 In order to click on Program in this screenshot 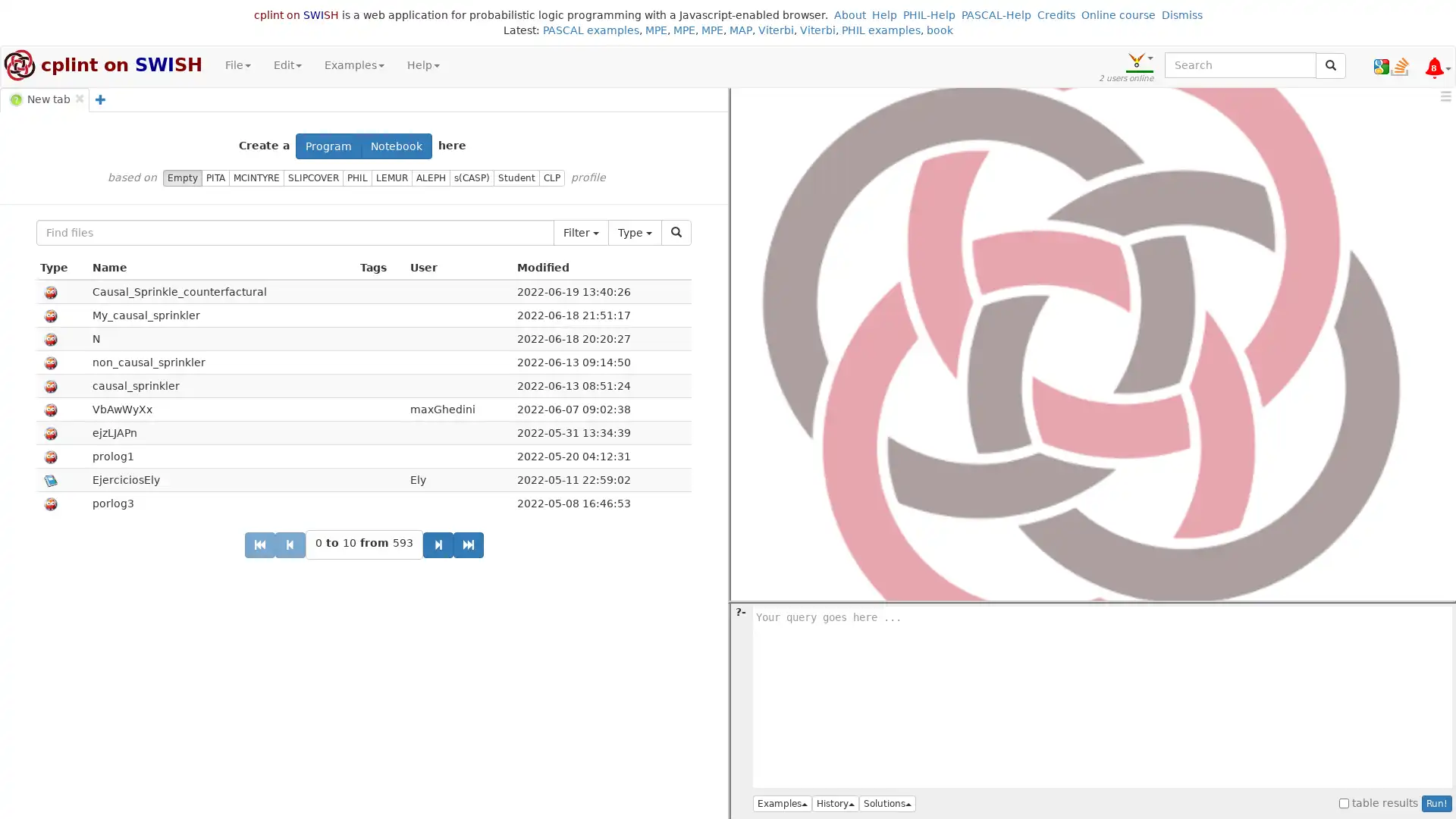, I will do `click(328, 146)`.